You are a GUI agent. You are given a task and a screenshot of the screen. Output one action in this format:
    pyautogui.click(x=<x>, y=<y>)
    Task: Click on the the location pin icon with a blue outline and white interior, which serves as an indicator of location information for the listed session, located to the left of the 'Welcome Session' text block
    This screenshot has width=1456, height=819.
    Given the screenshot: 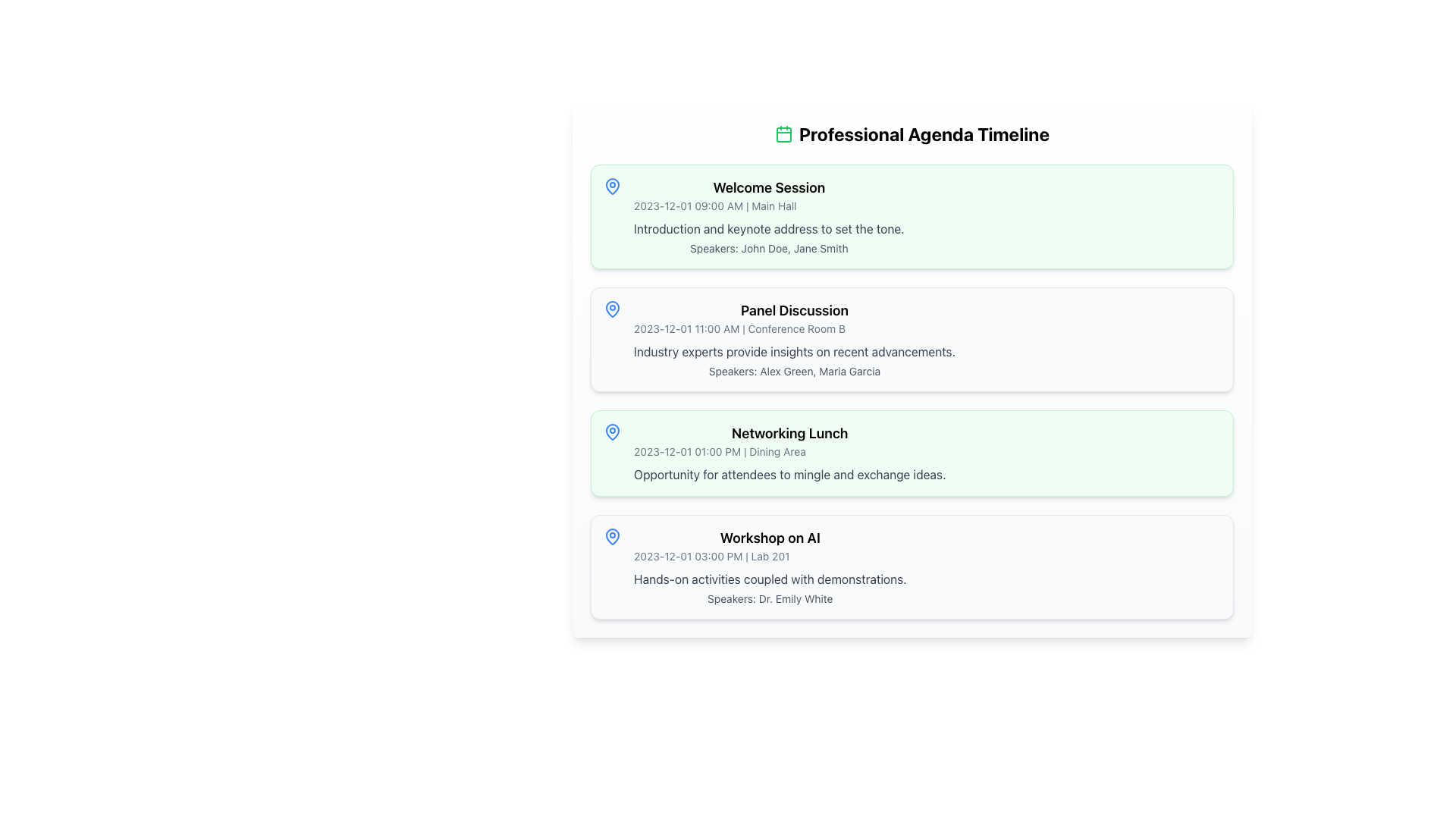 What is the action you would take?
    pyautogui.click(x=612, y=186)
    